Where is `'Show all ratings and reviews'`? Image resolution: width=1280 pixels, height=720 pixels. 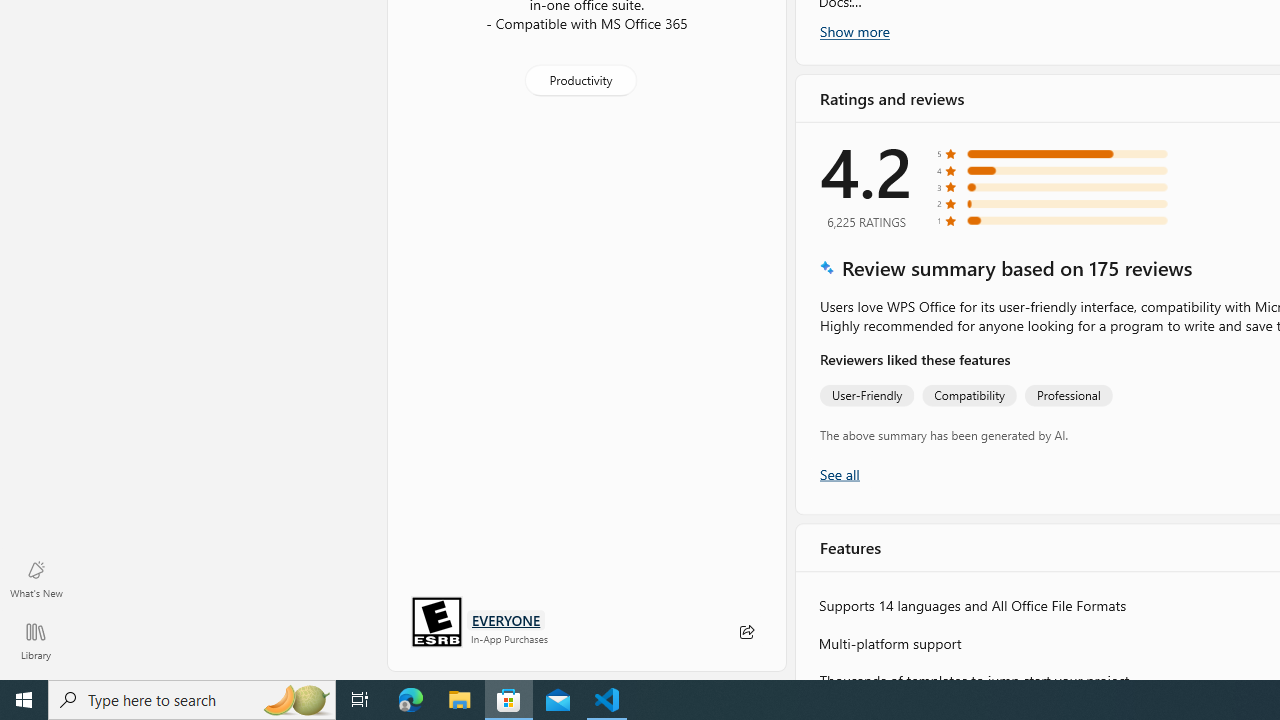 'Show all ratings and reviews' is located at coordinates (839, 473).